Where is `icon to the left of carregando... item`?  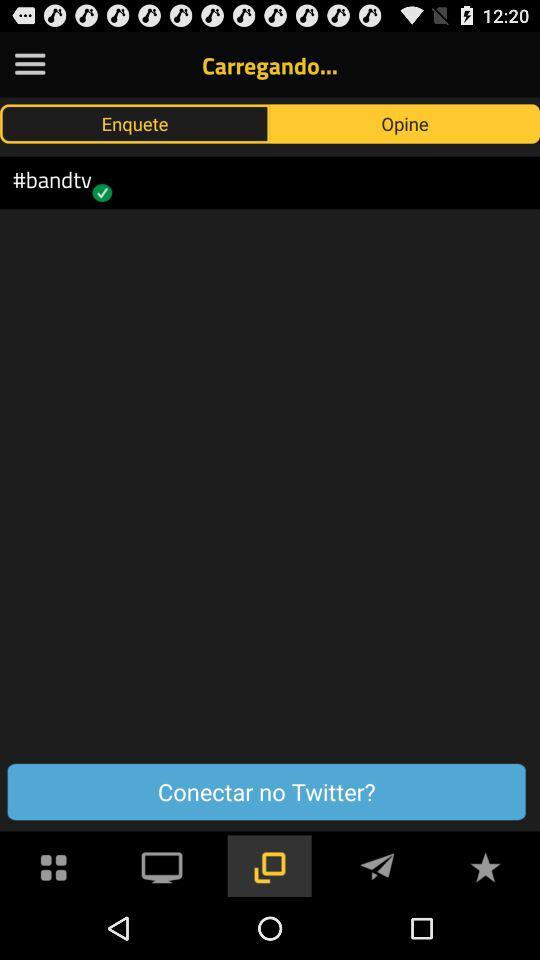
icon to the left of carregando... item is located at coordinates (29, 64).